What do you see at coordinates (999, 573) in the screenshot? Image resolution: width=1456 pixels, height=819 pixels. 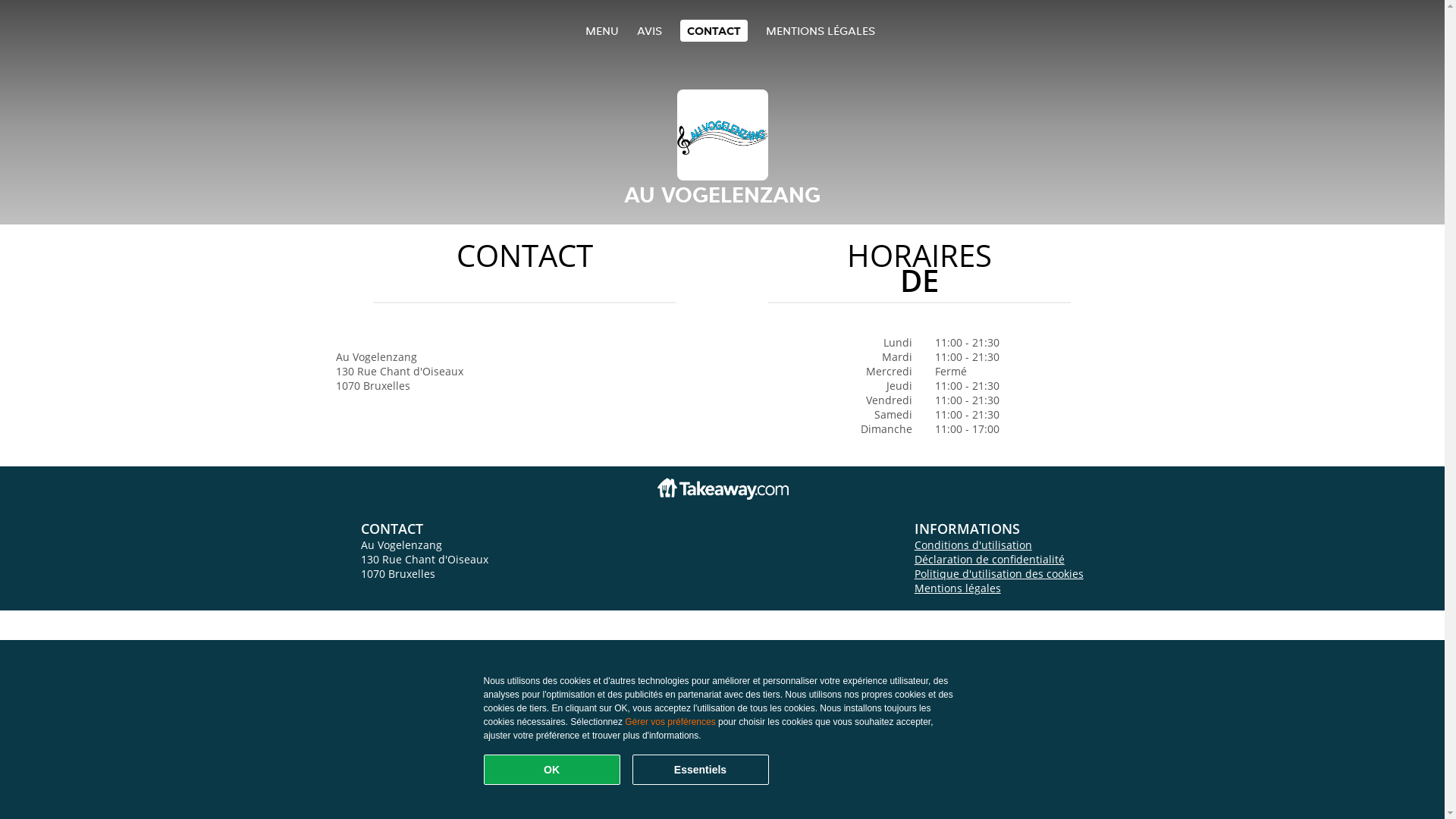 I see `'Politique d'utilisation des cookies'` at bounding box center [999, 573].